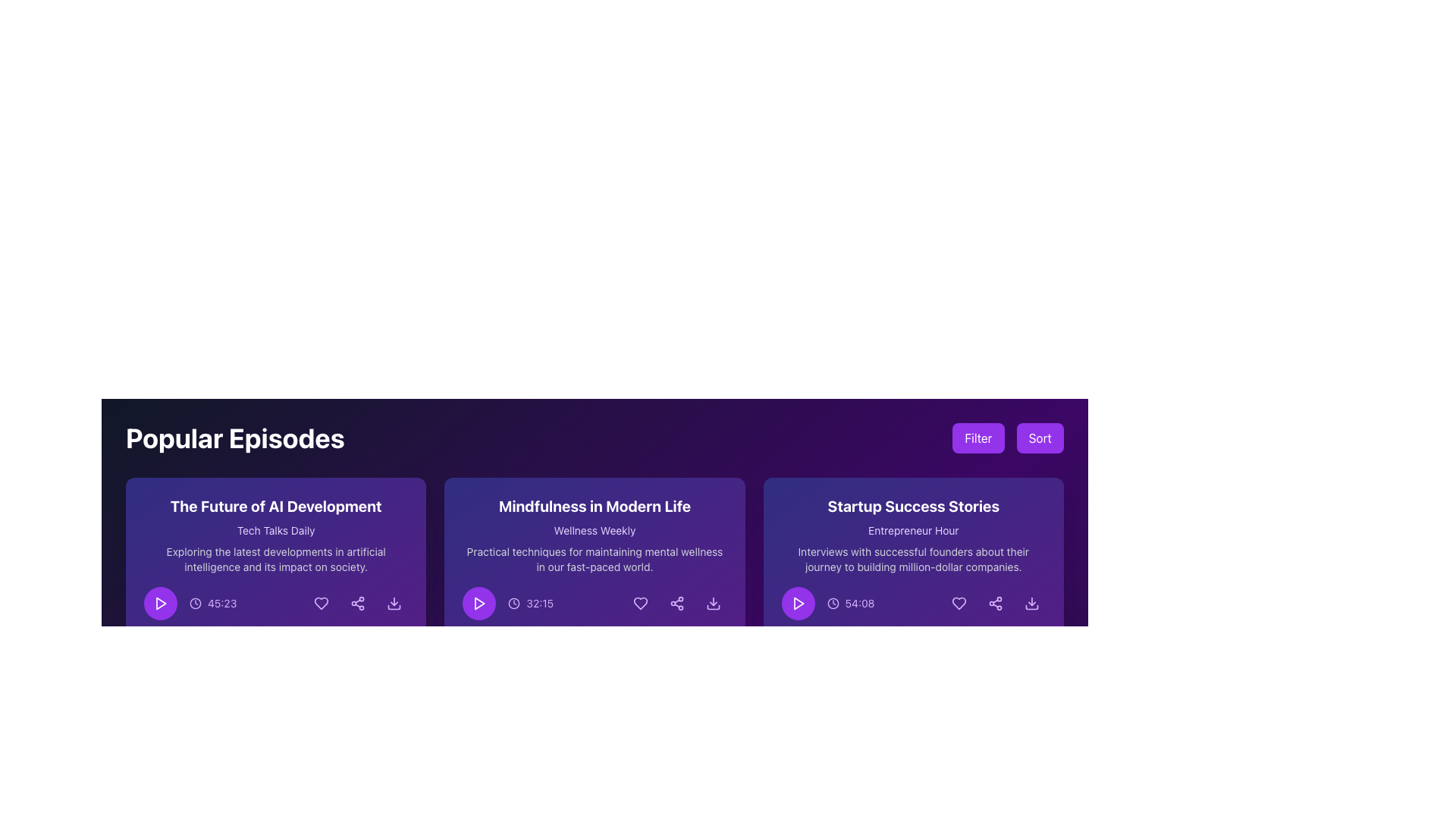 This screenshot has width=1456, height=819. I want to click on the compact download icon button, which is a light purple outlined arrow pointing downward into a tray, located in the bottom-right corner of the interactive card labeled 'The Future of AI Development.', so click(394, 602).